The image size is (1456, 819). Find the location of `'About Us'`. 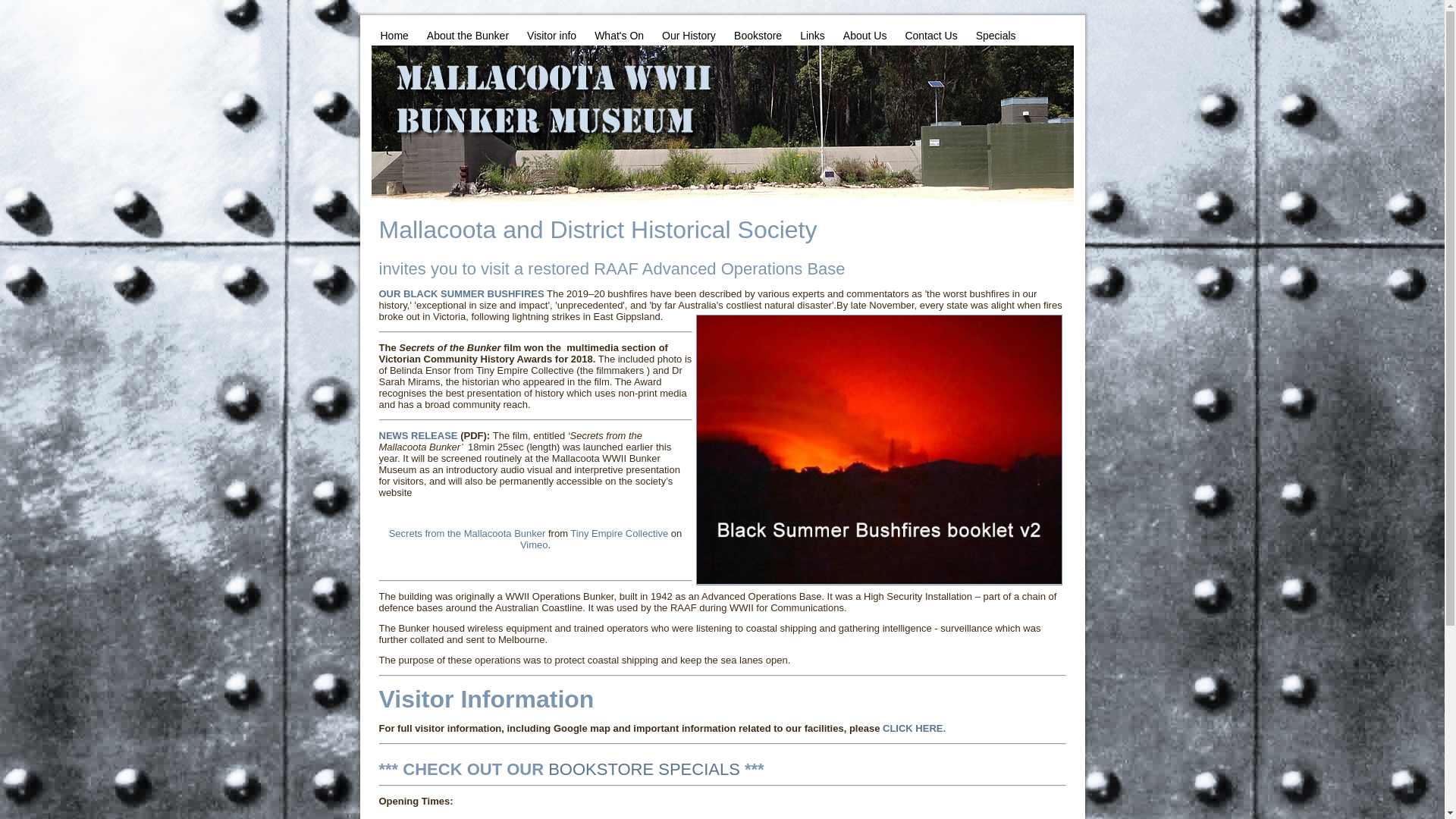

'About Us' is located at coordinates (865, 35).